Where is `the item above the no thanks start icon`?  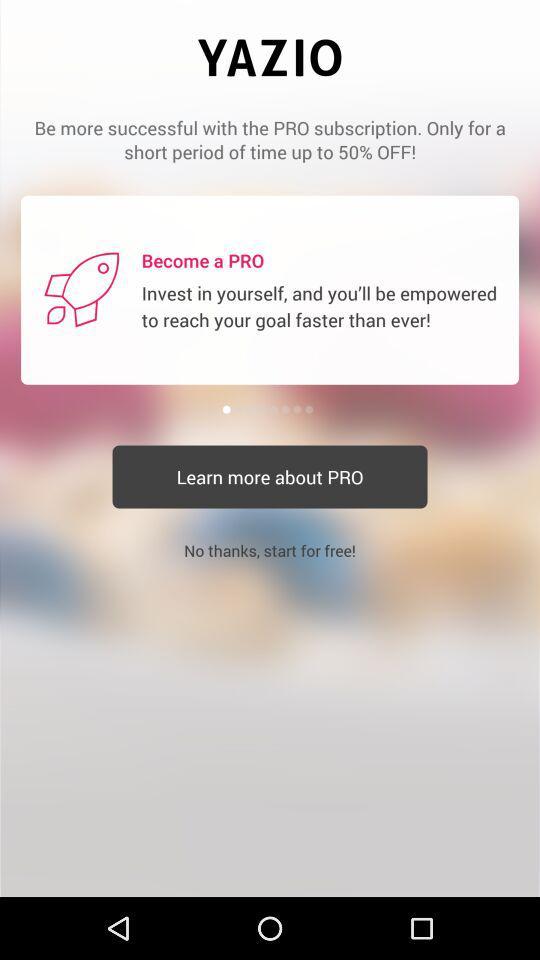 the item above the no thanks start icon is located at coordinates (270, 477).